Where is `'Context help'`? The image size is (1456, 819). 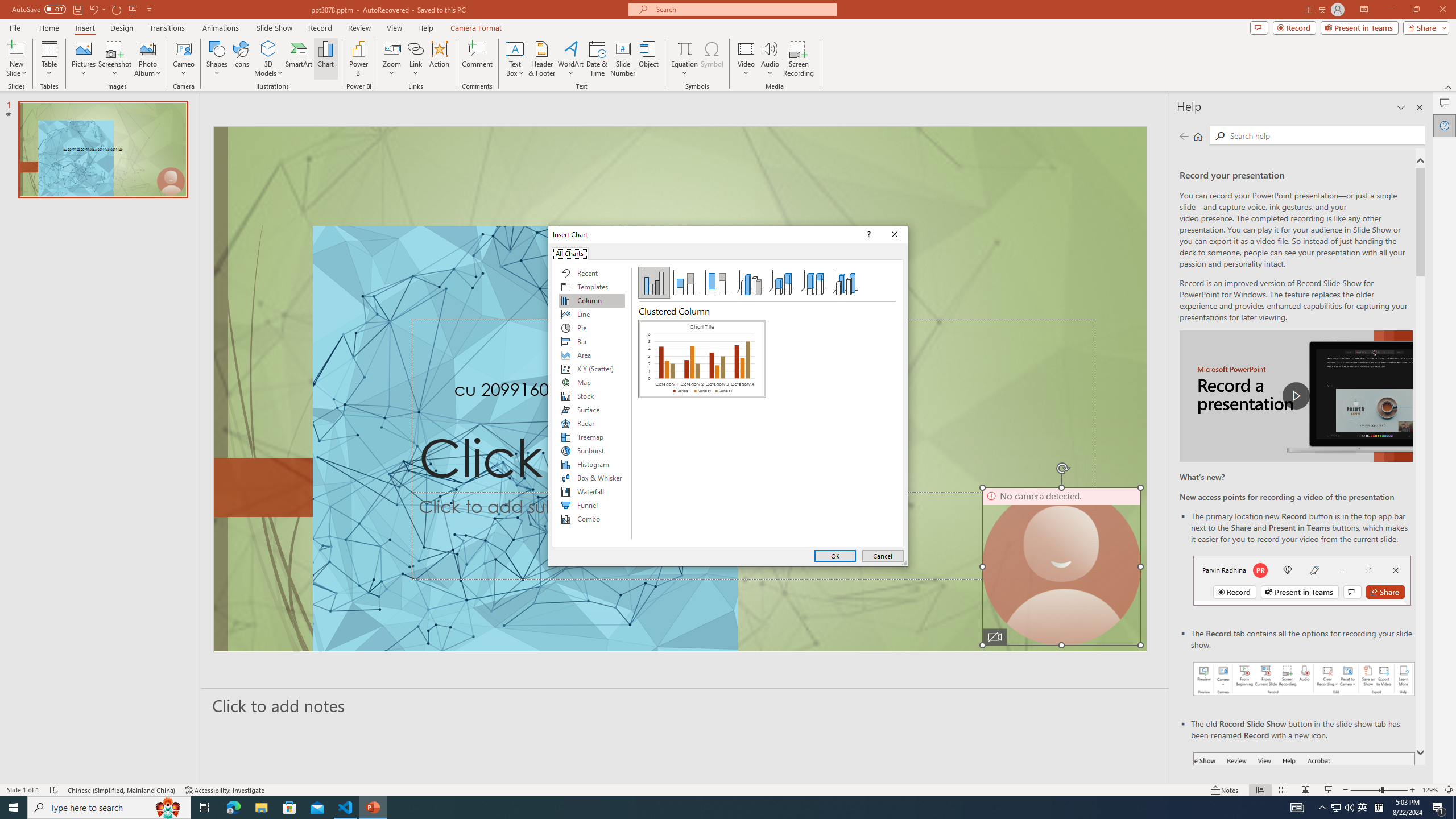 'Context help' is located at coordinates (867, 234).